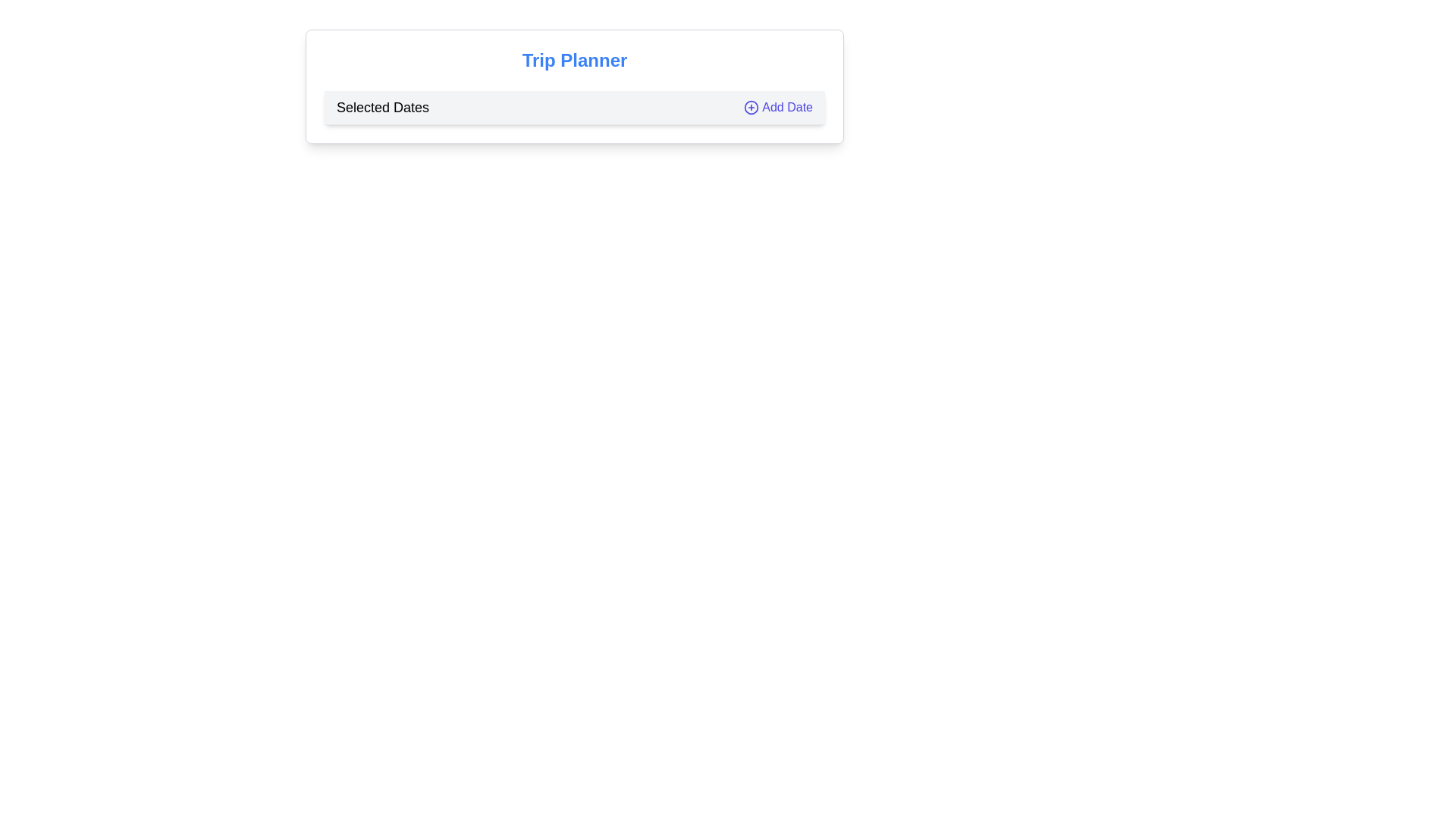  What do you see at coordinates (382, 107) in the screenshot?
I see `the static label that provides context for the section where dates are displayed, located at the left edge of the bar before the 'Add Date' button` at bounding box center [382, 107].